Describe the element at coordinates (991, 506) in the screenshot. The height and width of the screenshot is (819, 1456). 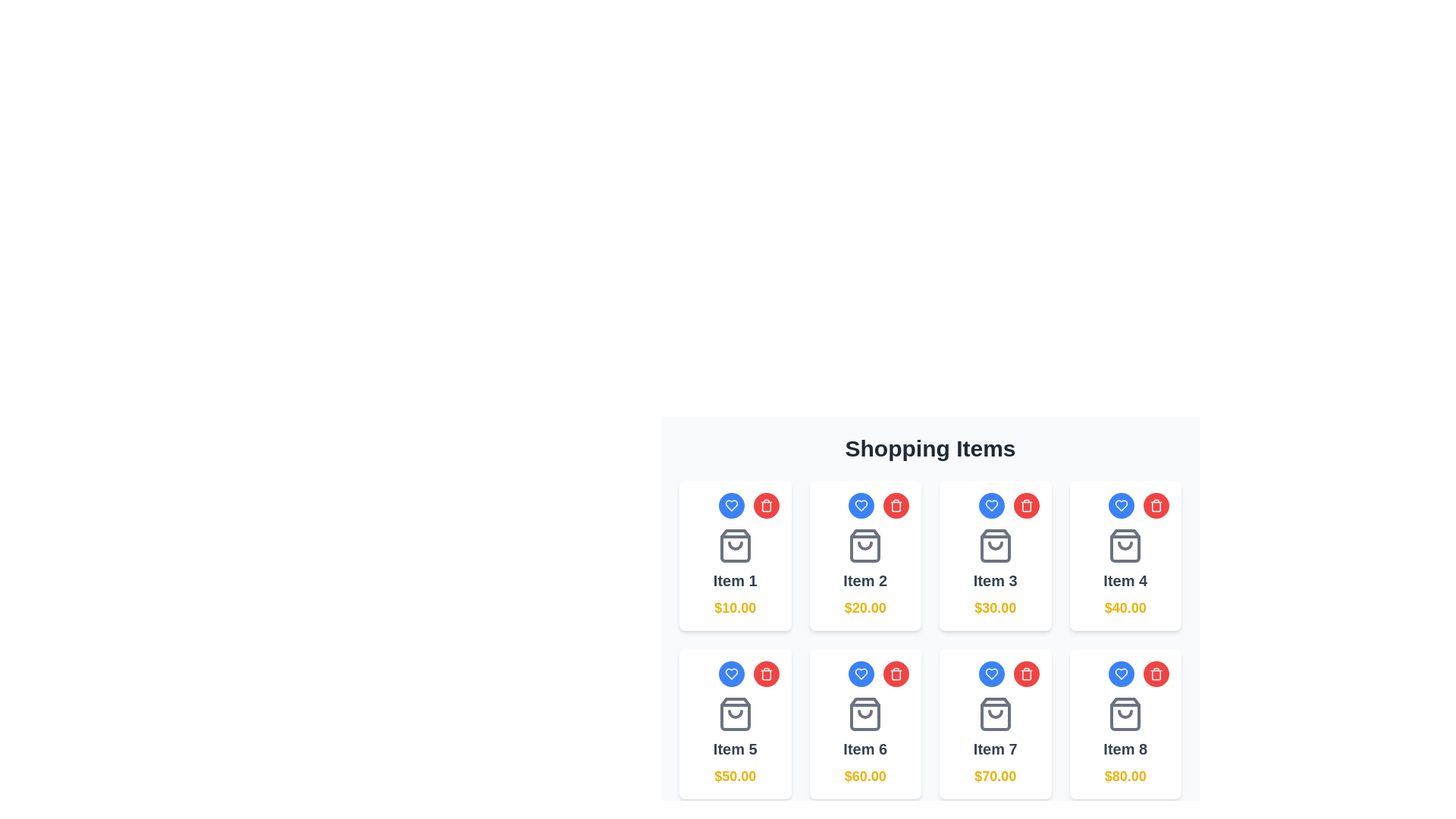
I see `the heart icon at the top left corner of the 'Item 3' card to mark the item as a favorite` at that location.